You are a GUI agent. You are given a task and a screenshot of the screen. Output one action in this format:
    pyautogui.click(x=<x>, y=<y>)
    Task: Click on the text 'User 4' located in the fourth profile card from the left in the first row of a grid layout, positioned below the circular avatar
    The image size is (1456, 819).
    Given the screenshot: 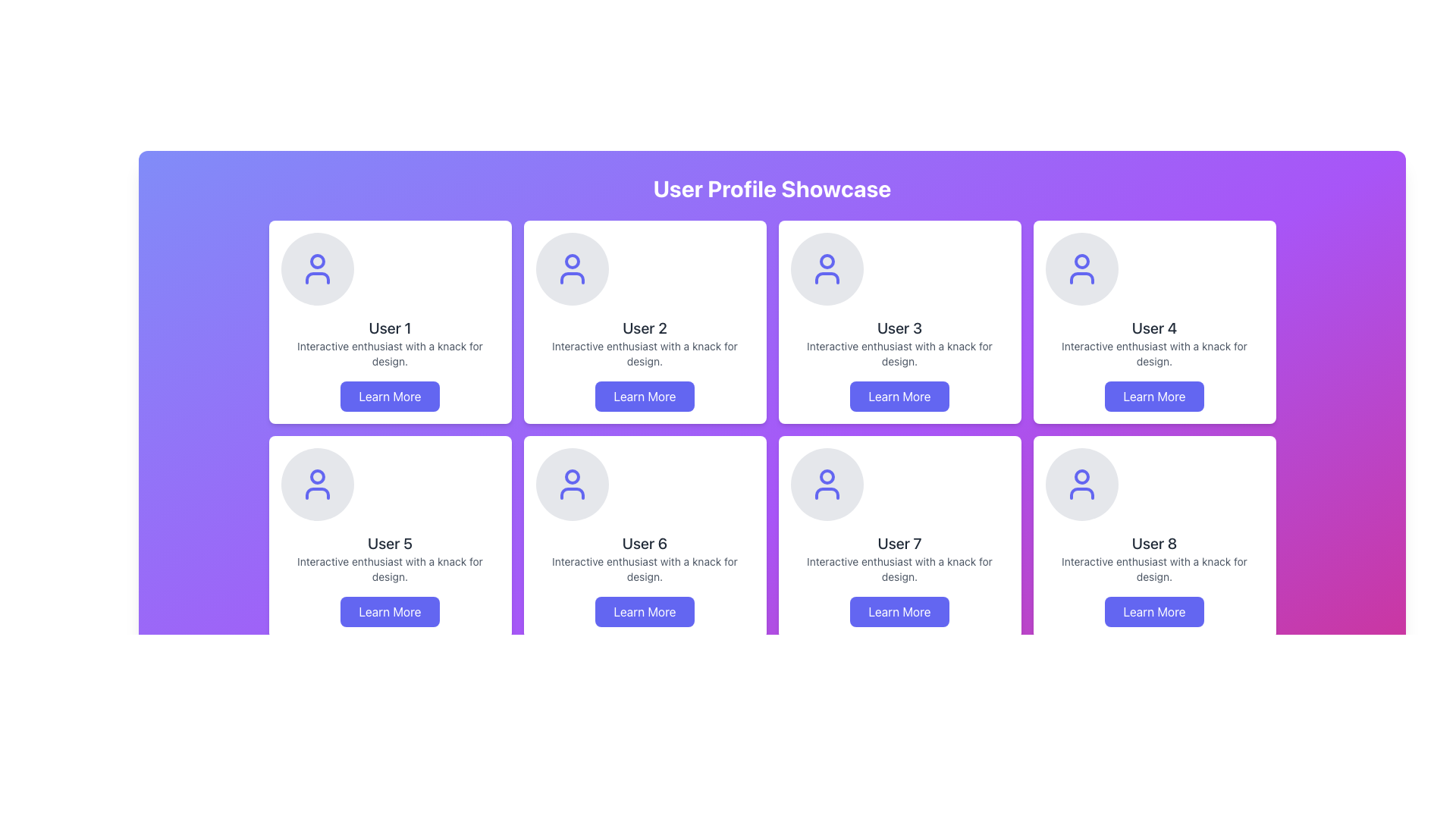 What is the action you would take?
    pyautogui.click(x=1153, y=327)
    